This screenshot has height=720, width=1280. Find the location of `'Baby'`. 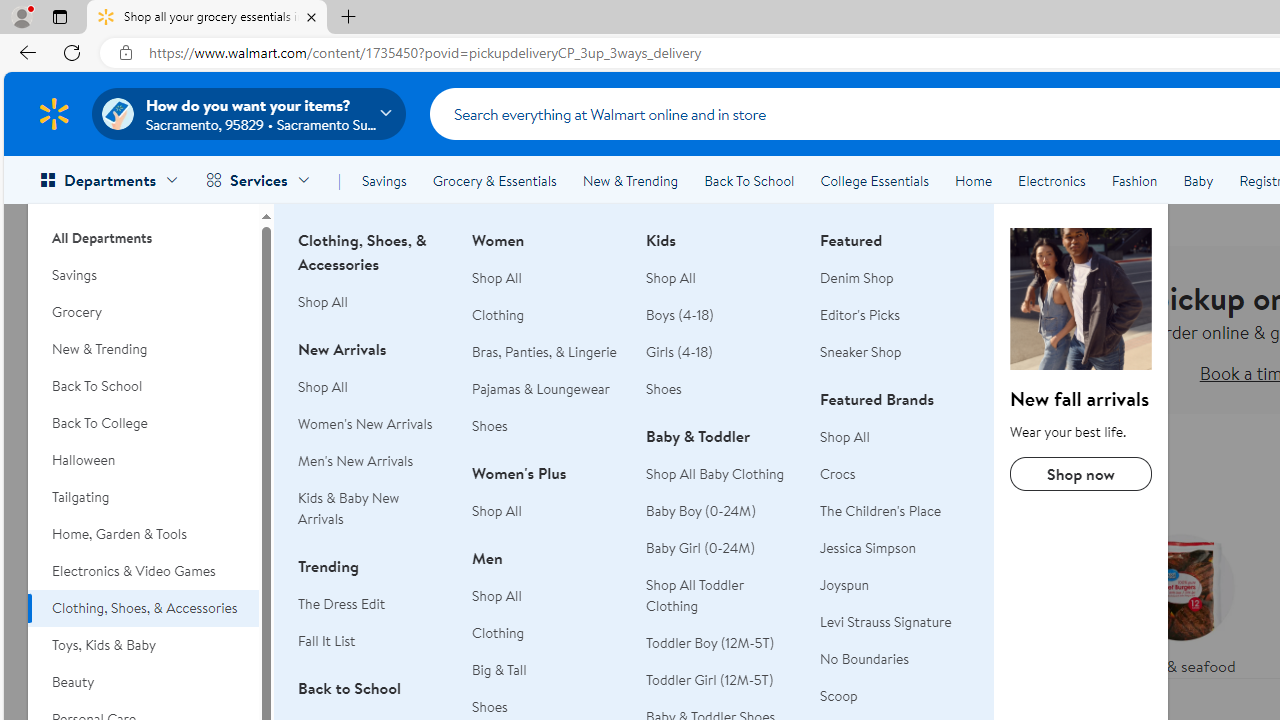

'Baby' is located at coordinates (1198, 181).